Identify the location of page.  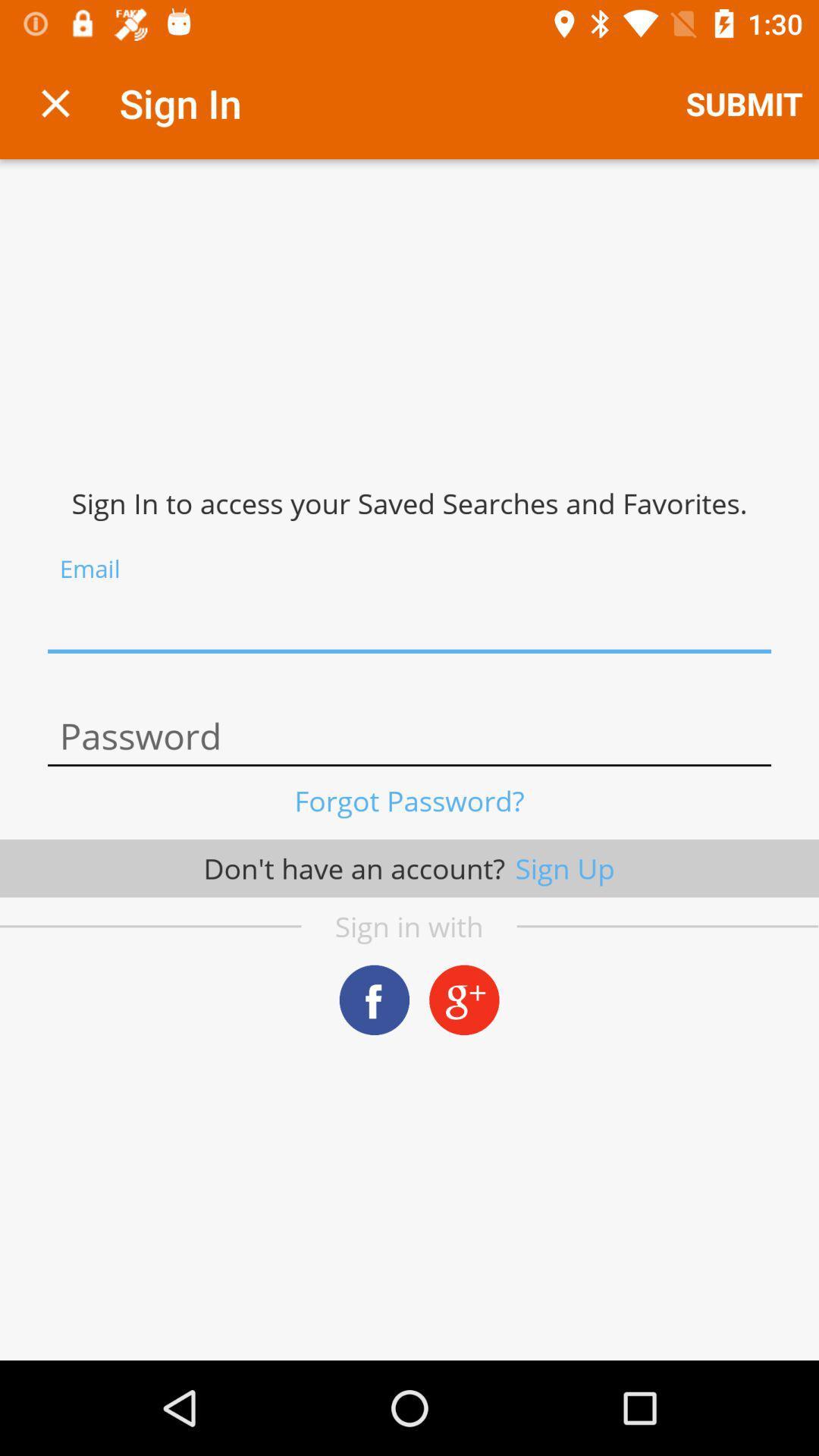
(55, 102).